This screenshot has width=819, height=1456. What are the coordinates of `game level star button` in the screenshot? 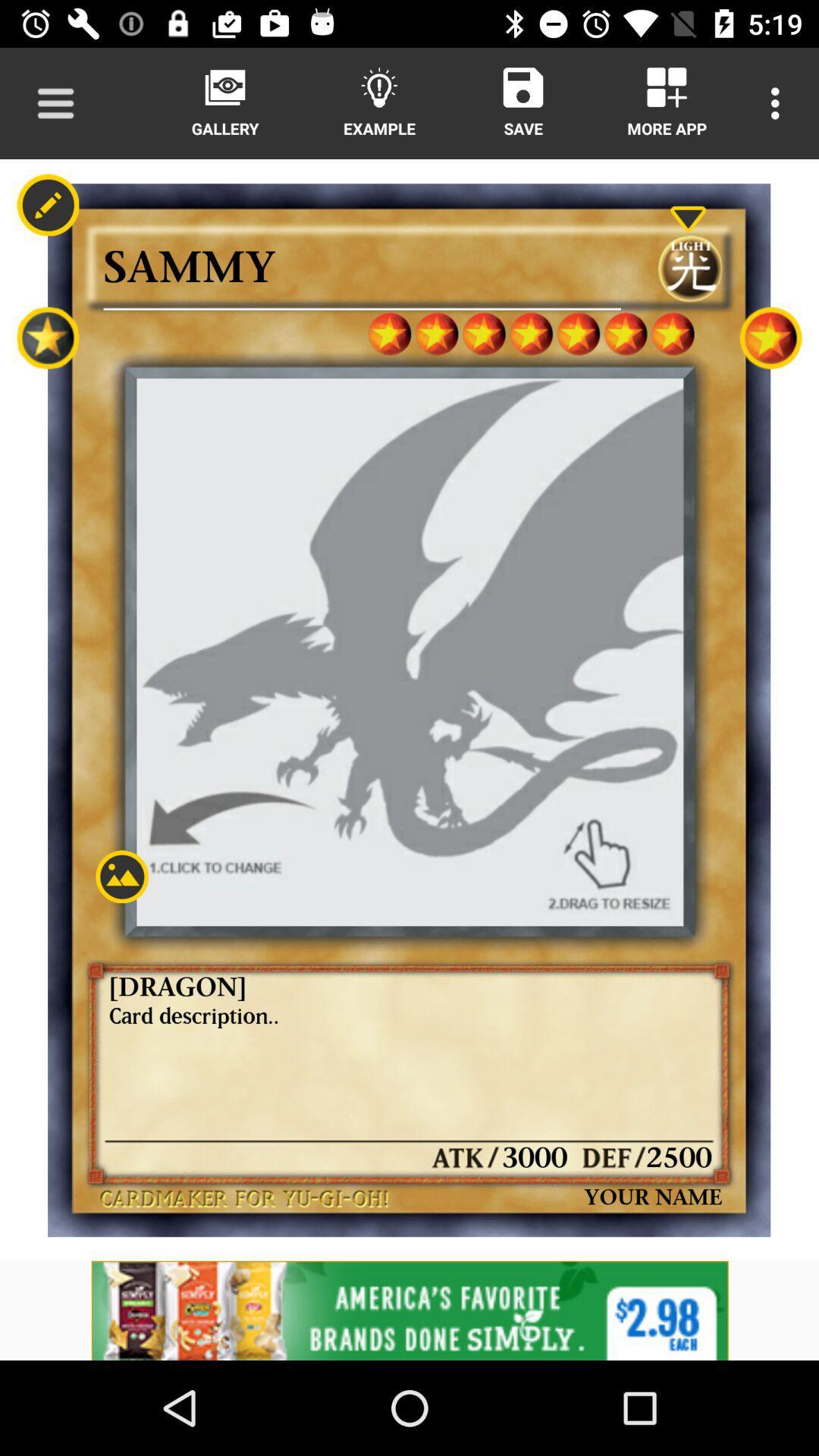 It's located at (770, 337).